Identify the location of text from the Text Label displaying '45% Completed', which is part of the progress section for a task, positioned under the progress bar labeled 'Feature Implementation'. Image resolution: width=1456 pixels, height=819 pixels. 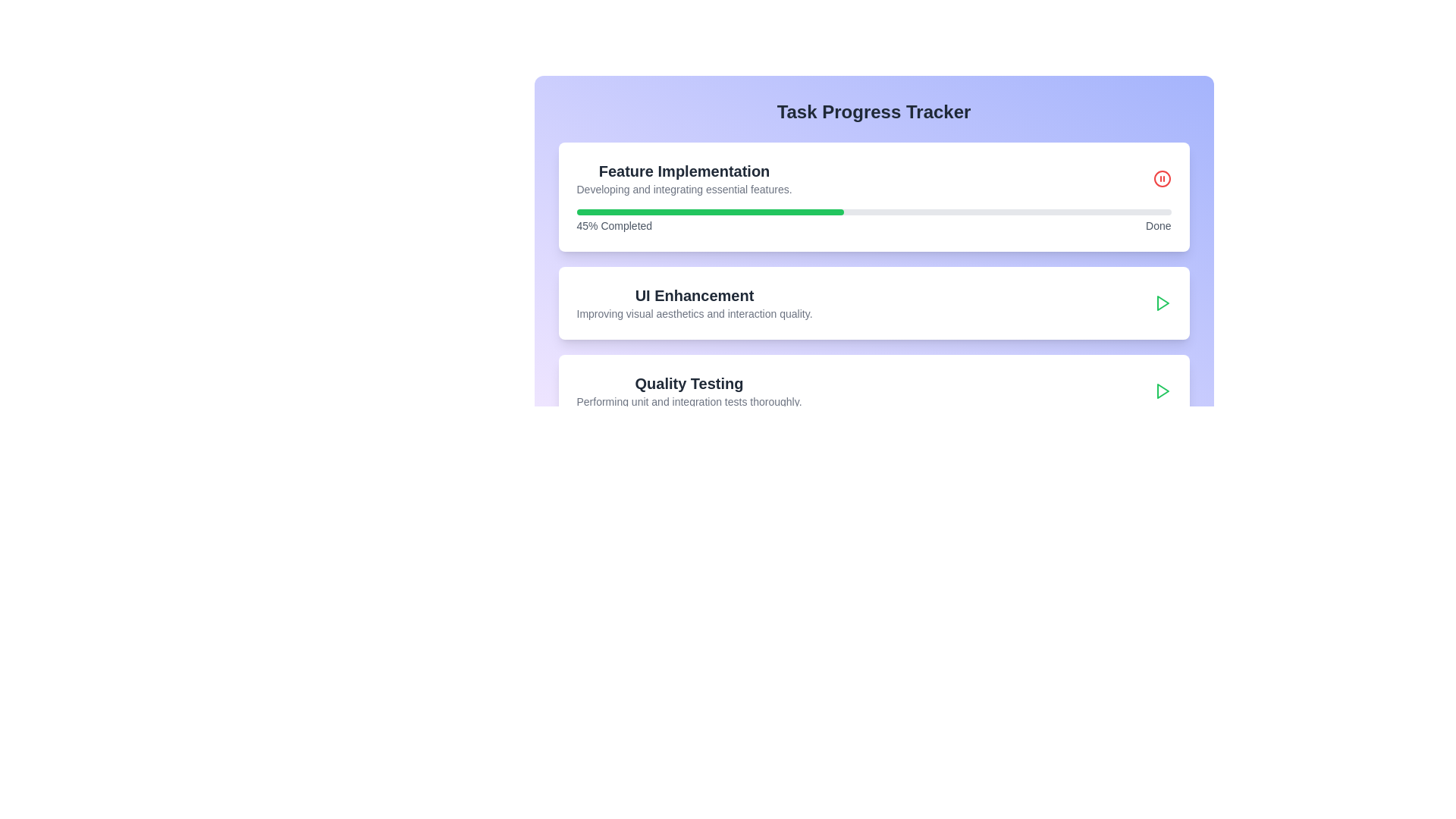
(614, 225).